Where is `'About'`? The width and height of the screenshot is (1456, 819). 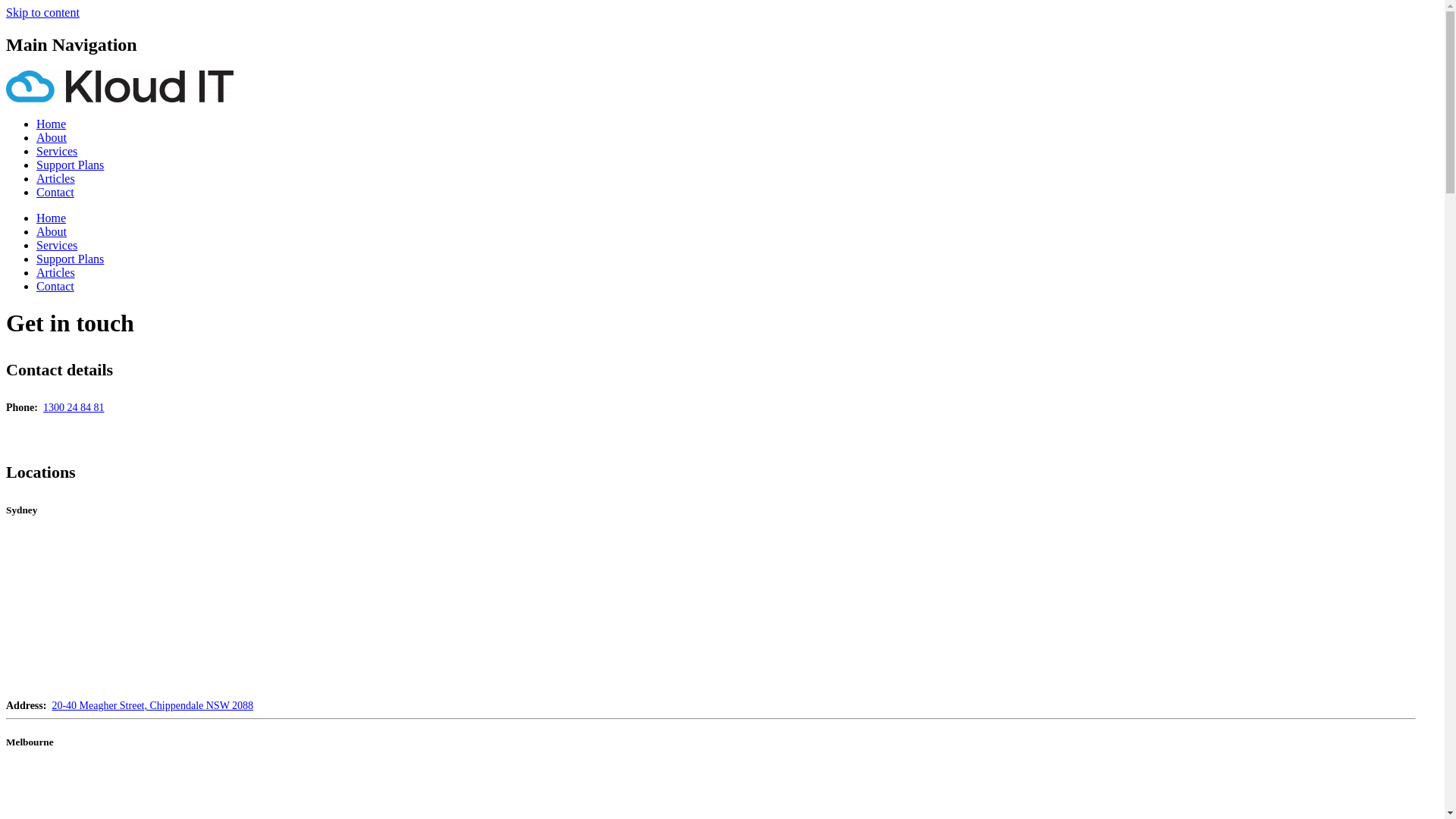 'About' is located at coordinates (36, 231).